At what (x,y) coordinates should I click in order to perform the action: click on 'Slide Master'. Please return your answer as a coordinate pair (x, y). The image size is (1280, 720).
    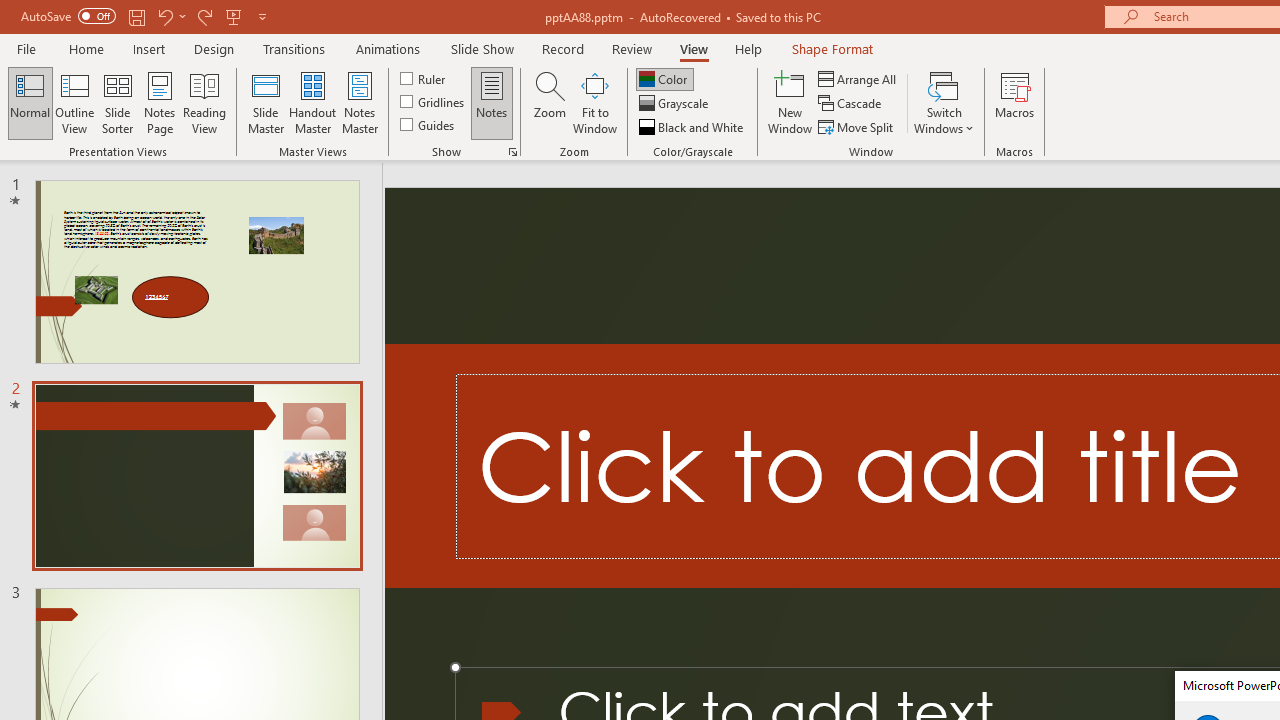
    Looking at the image, I should click on (264, 103).